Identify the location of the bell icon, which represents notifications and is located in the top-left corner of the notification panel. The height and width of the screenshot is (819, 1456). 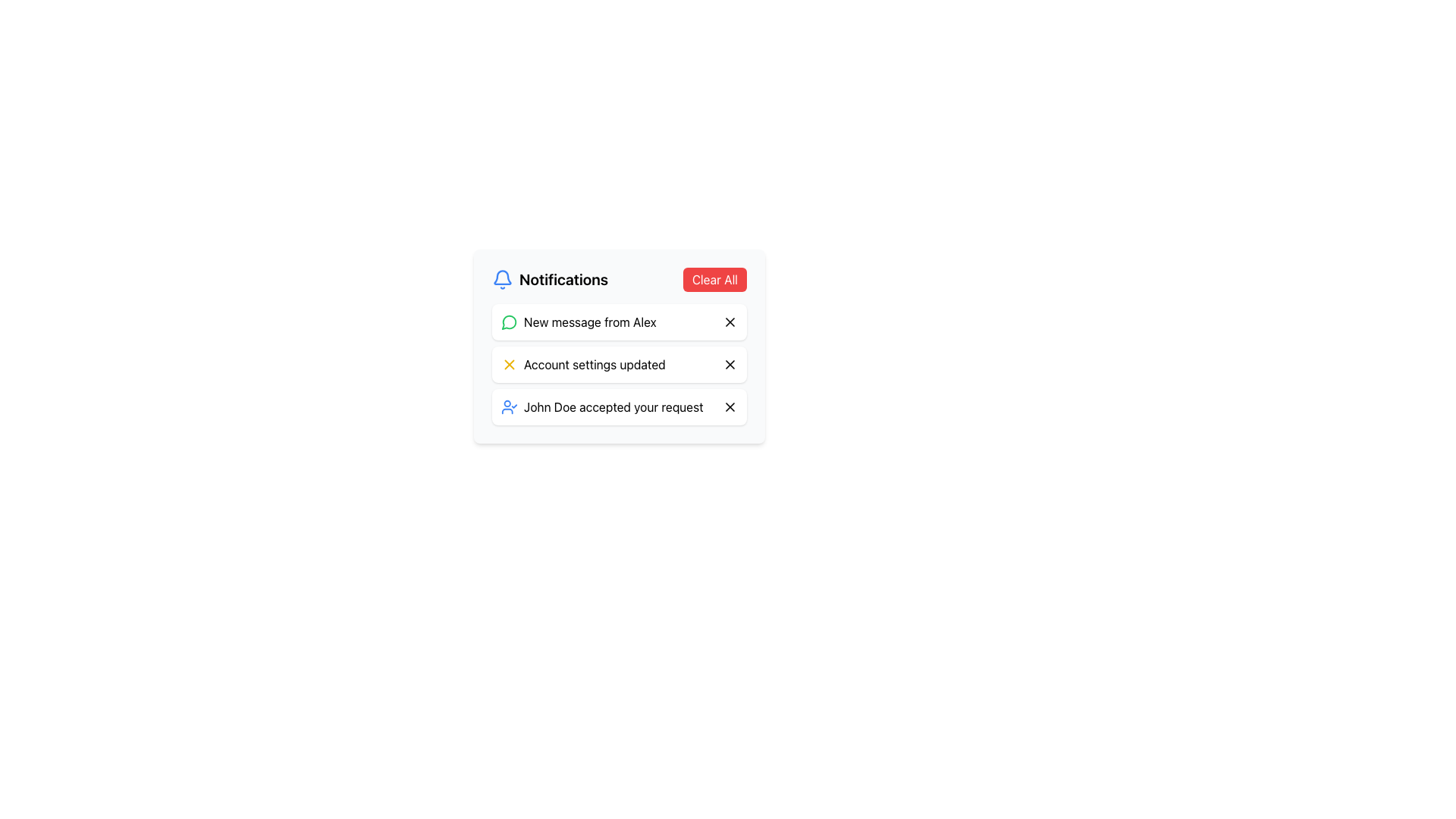
(502, 280).